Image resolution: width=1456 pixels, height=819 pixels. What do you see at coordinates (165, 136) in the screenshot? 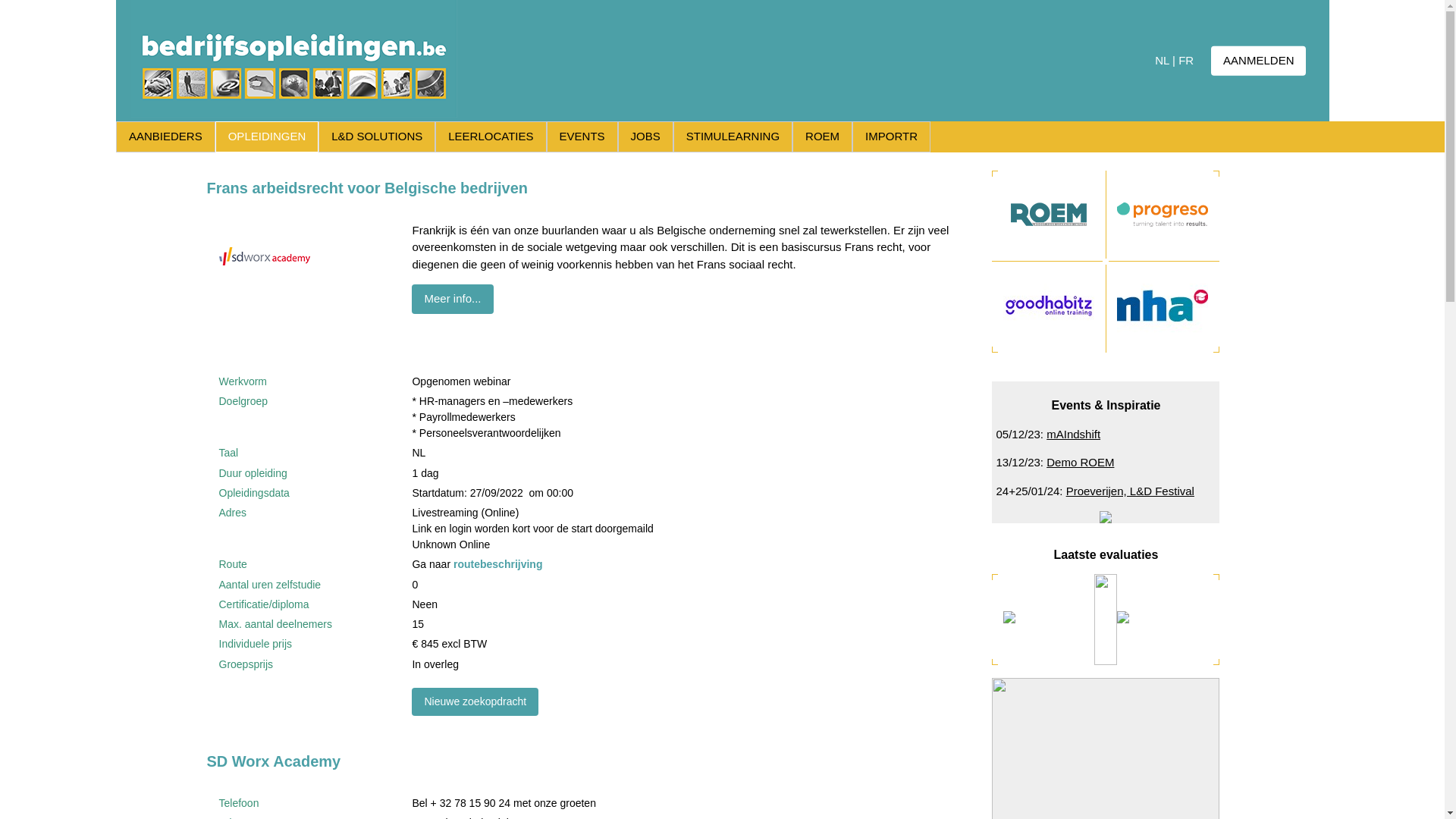
I see `'AANBIEDERS'` at bounding box center [165, 136].